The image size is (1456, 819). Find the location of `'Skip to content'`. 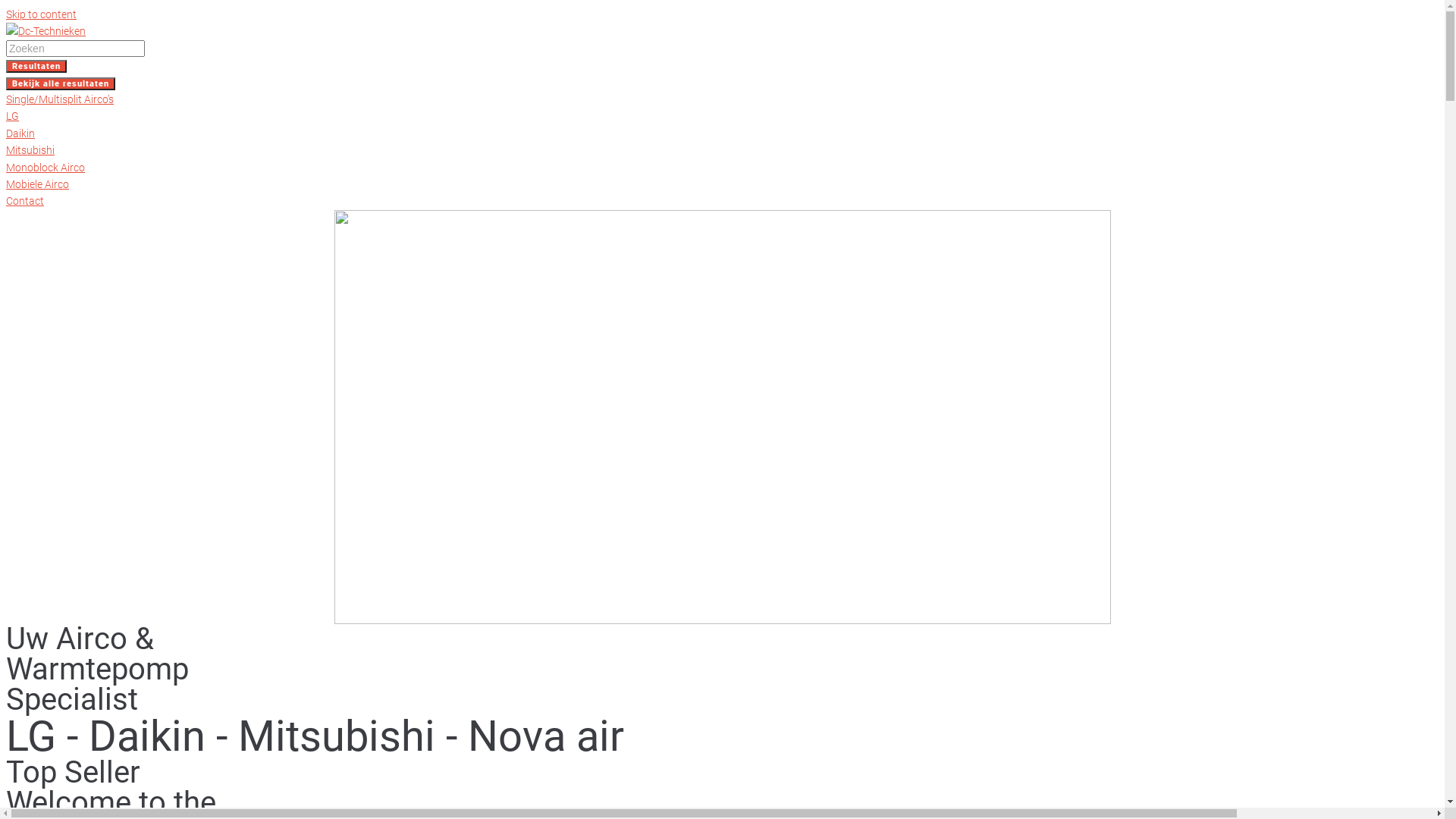

'Skip to content' is located at coordinates (6, 14).